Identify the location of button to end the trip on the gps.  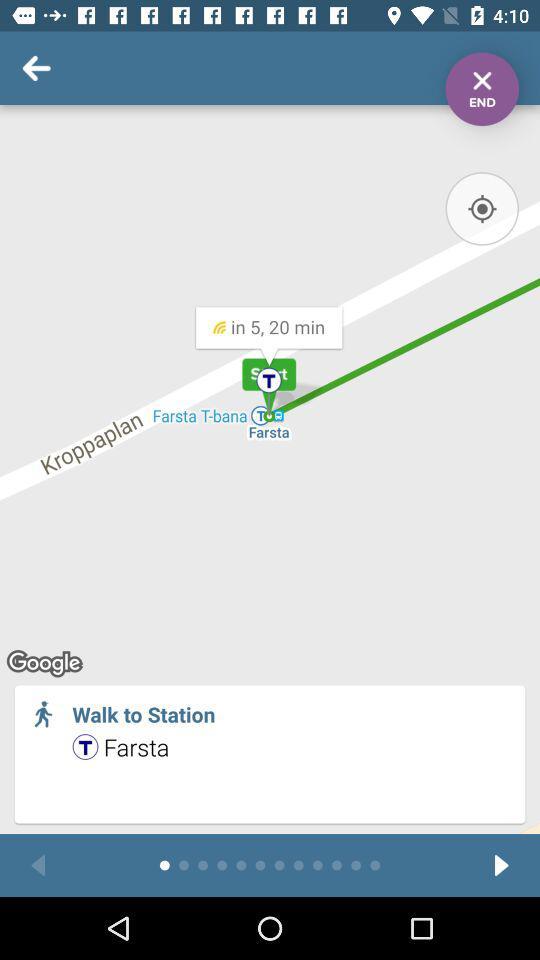
(481, 89).